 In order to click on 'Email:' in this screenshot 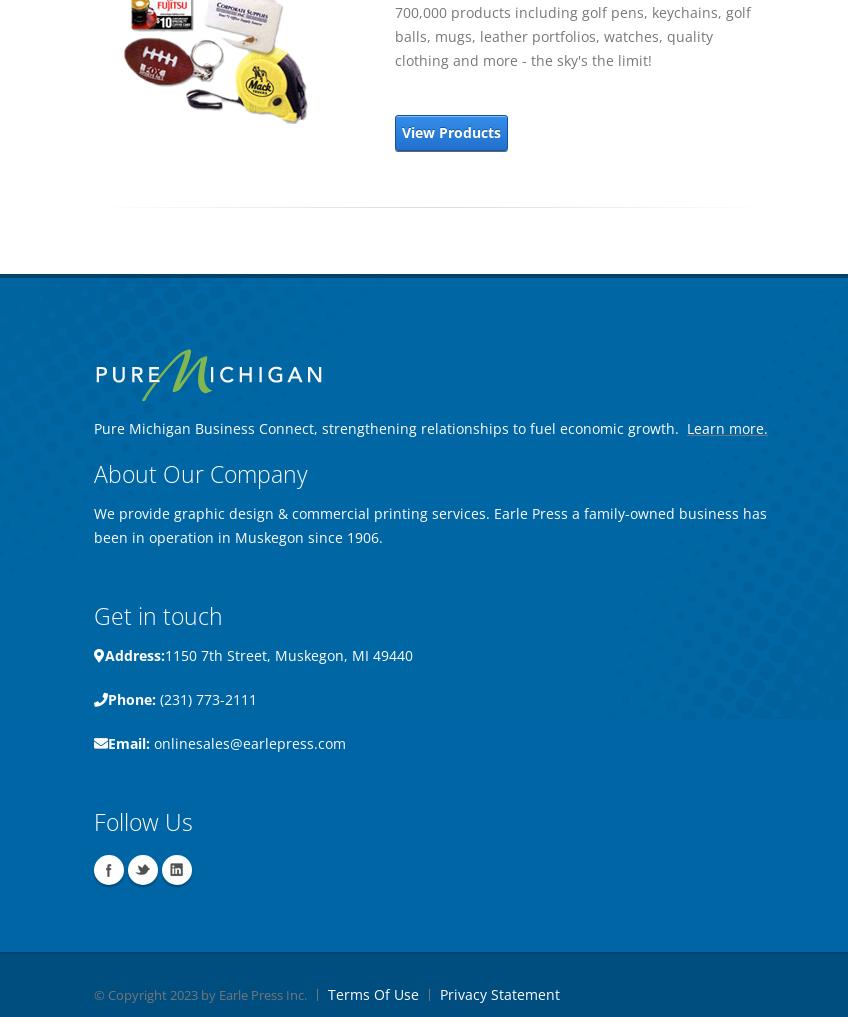, I will do `click(127, 743)`.